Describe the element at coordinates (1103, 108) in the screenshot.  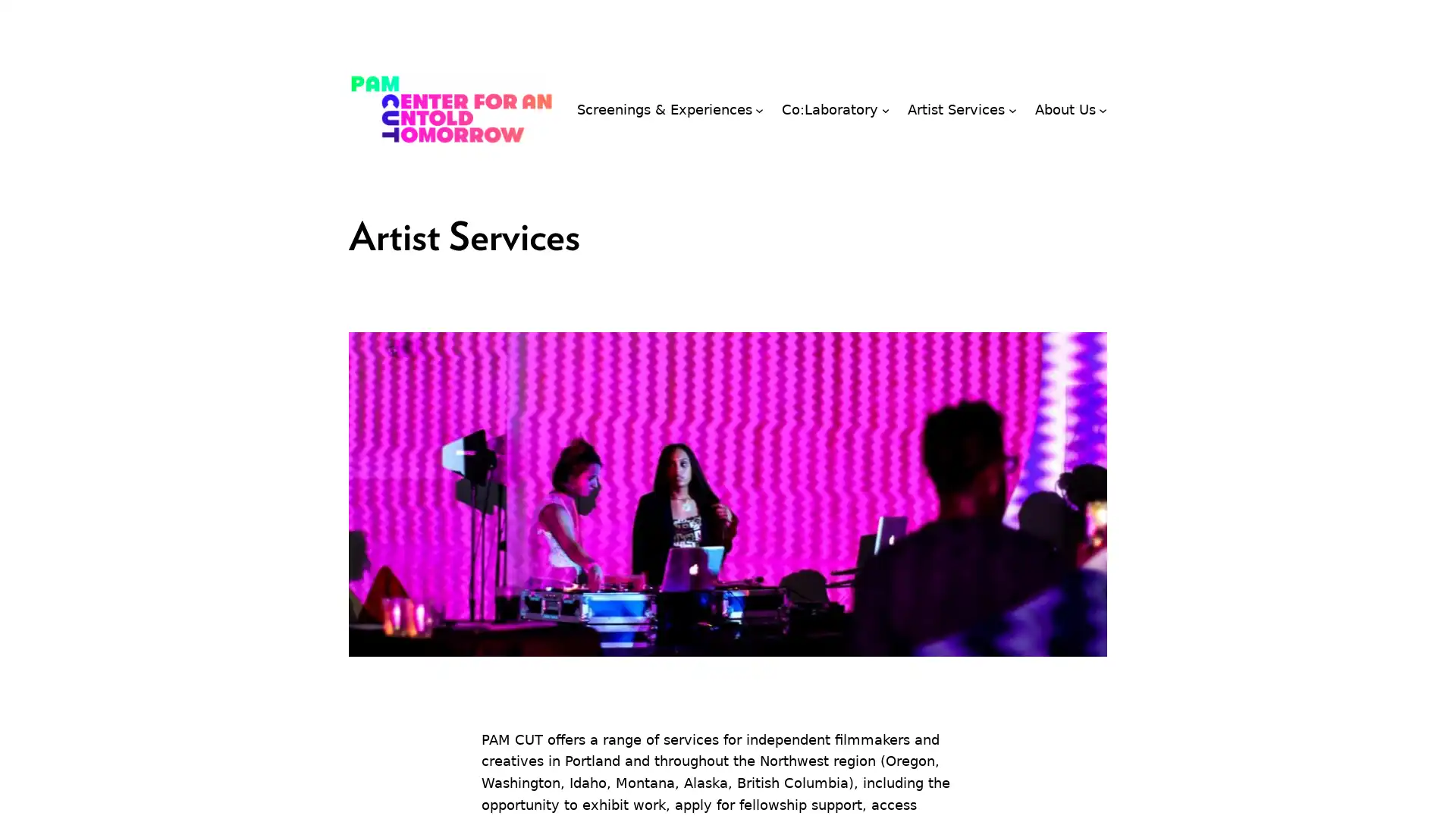
I see `About Us submenu` at that location.